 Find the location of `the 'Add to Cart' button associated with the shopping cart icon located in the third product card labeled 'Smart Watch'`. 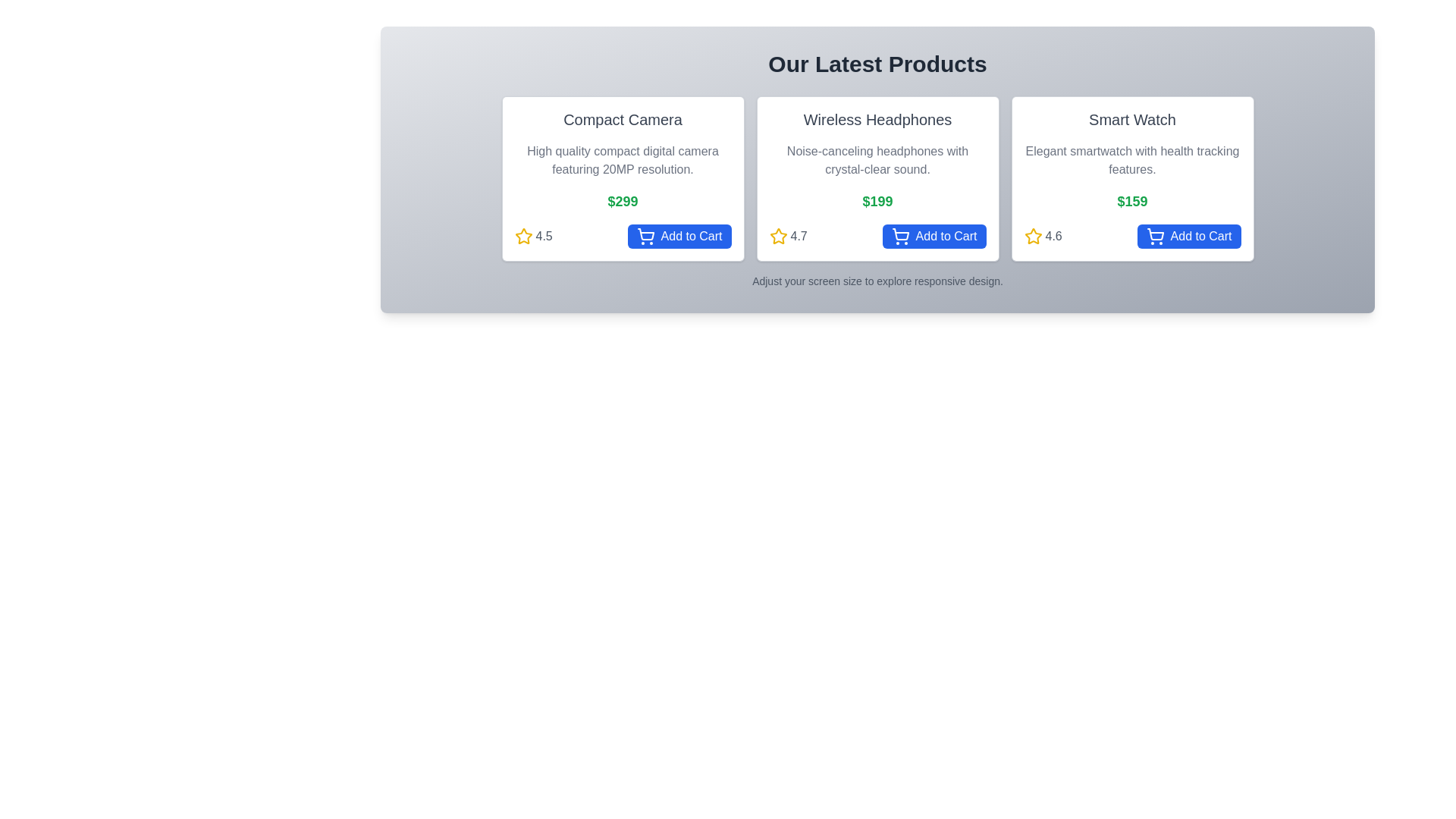

the 'Add to Cart' button associated with the shopping cart icon located in the third product card labeled 'Smart Watch' is located at coordinates (1154, 234).